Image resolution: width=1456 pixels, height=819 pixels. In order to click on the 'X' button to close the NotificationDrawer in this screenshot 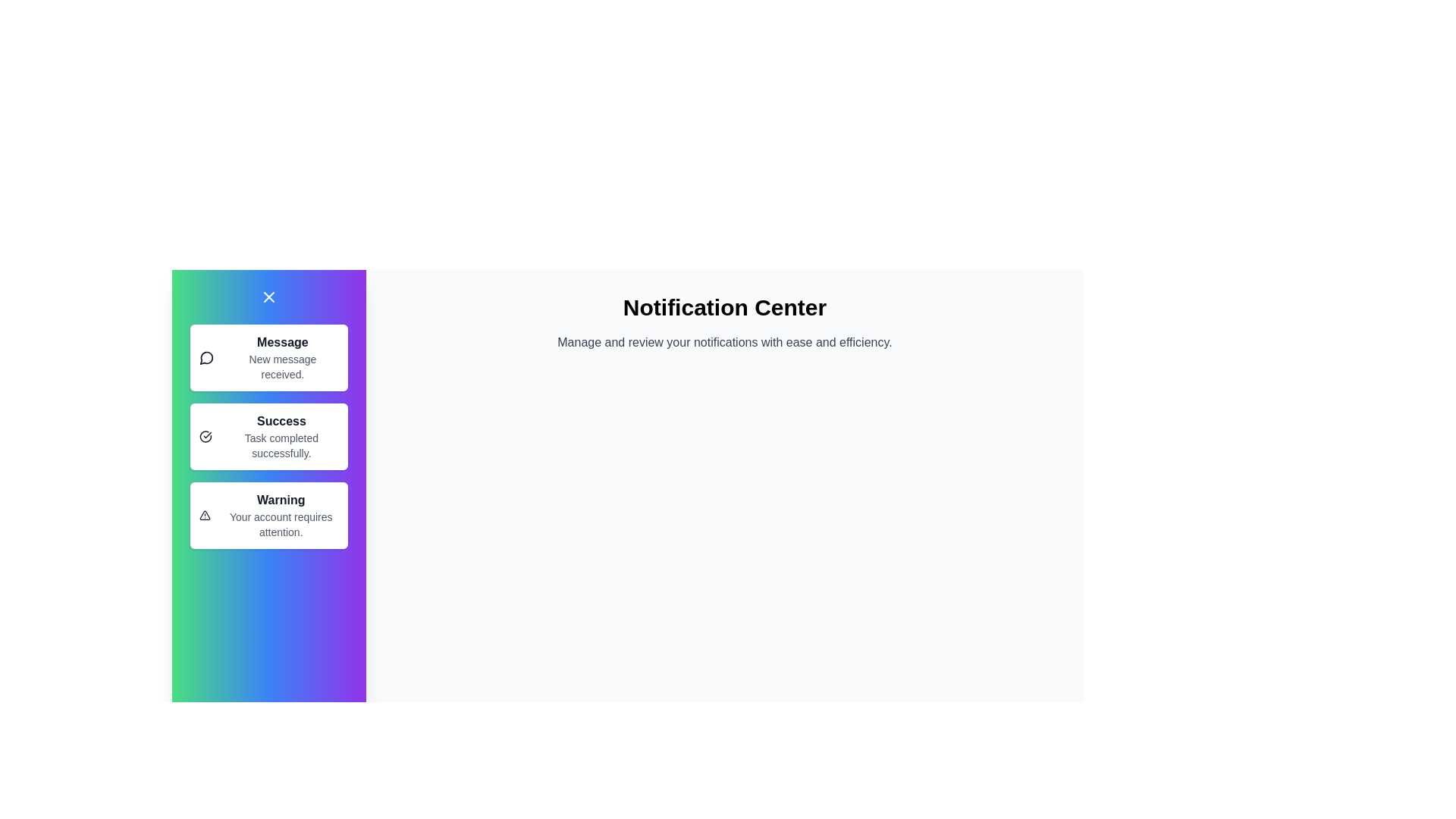, I will do `click(269, 297)`.